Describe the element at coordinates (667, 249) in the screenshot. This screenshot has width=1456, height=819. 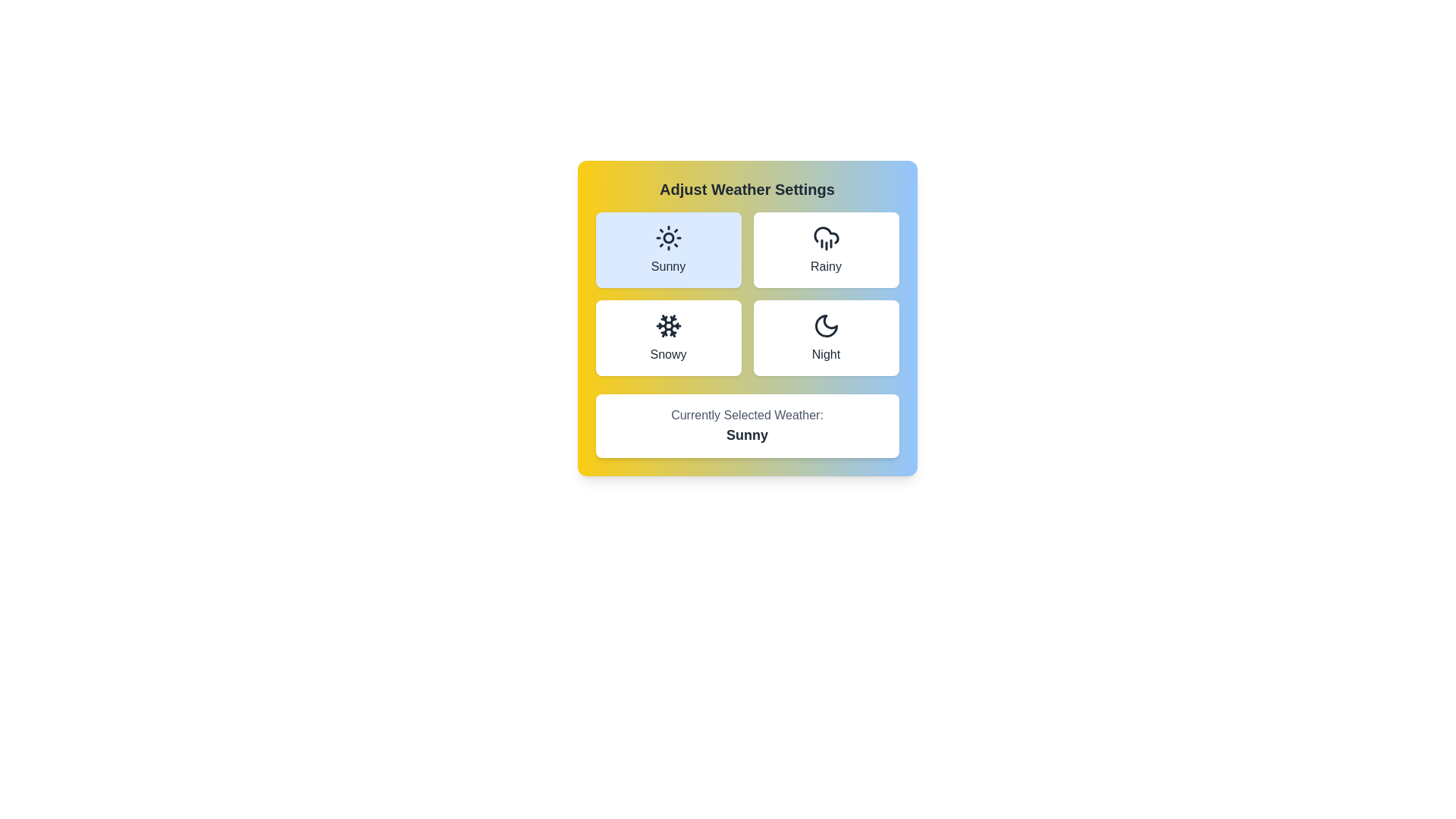
I see `the button representing the weather preference Sunny` at that location.